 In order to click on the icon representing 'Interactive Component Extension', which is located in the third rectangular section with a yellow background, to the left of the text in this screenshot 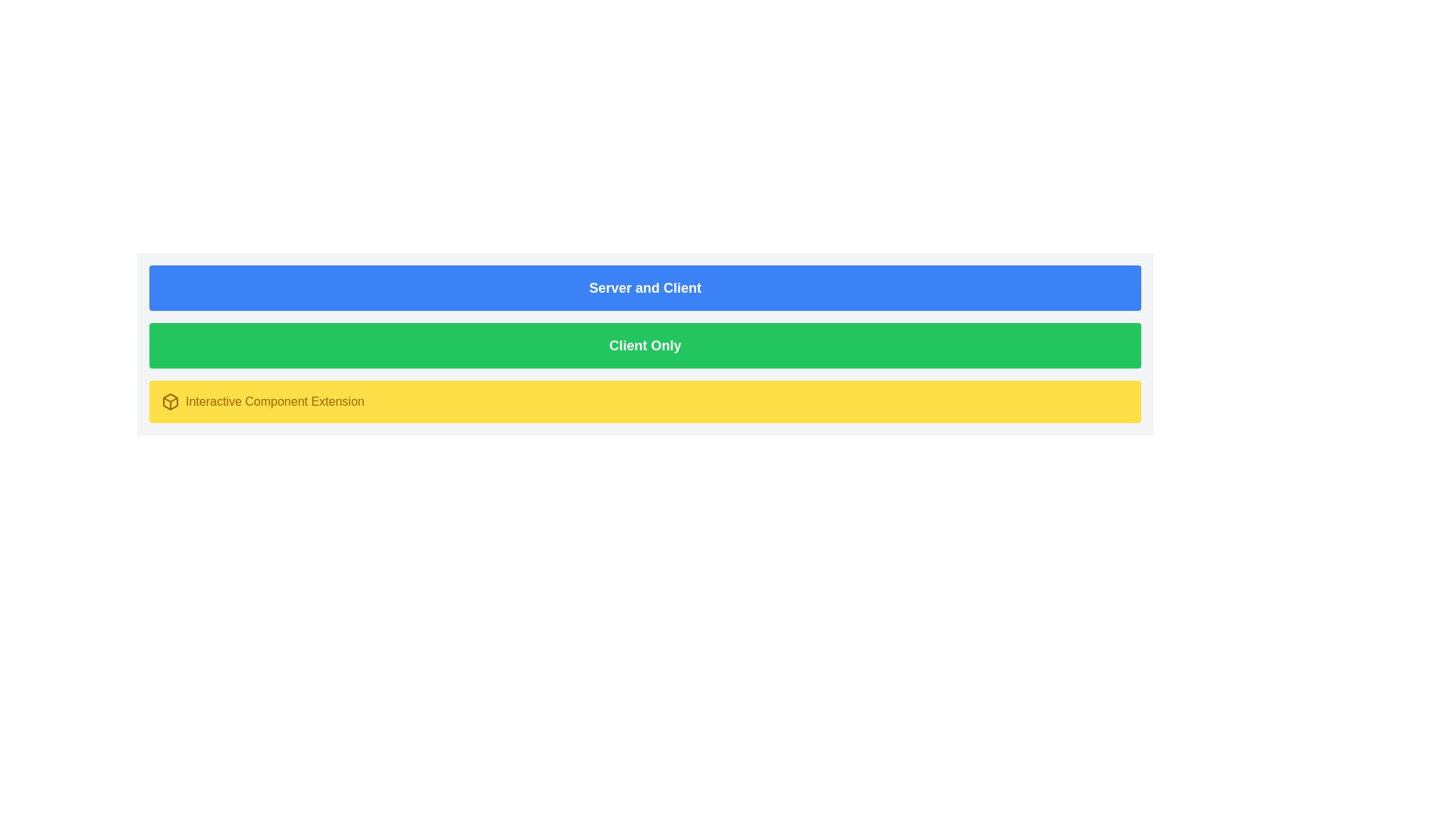, I will do `click(171, 400)`.